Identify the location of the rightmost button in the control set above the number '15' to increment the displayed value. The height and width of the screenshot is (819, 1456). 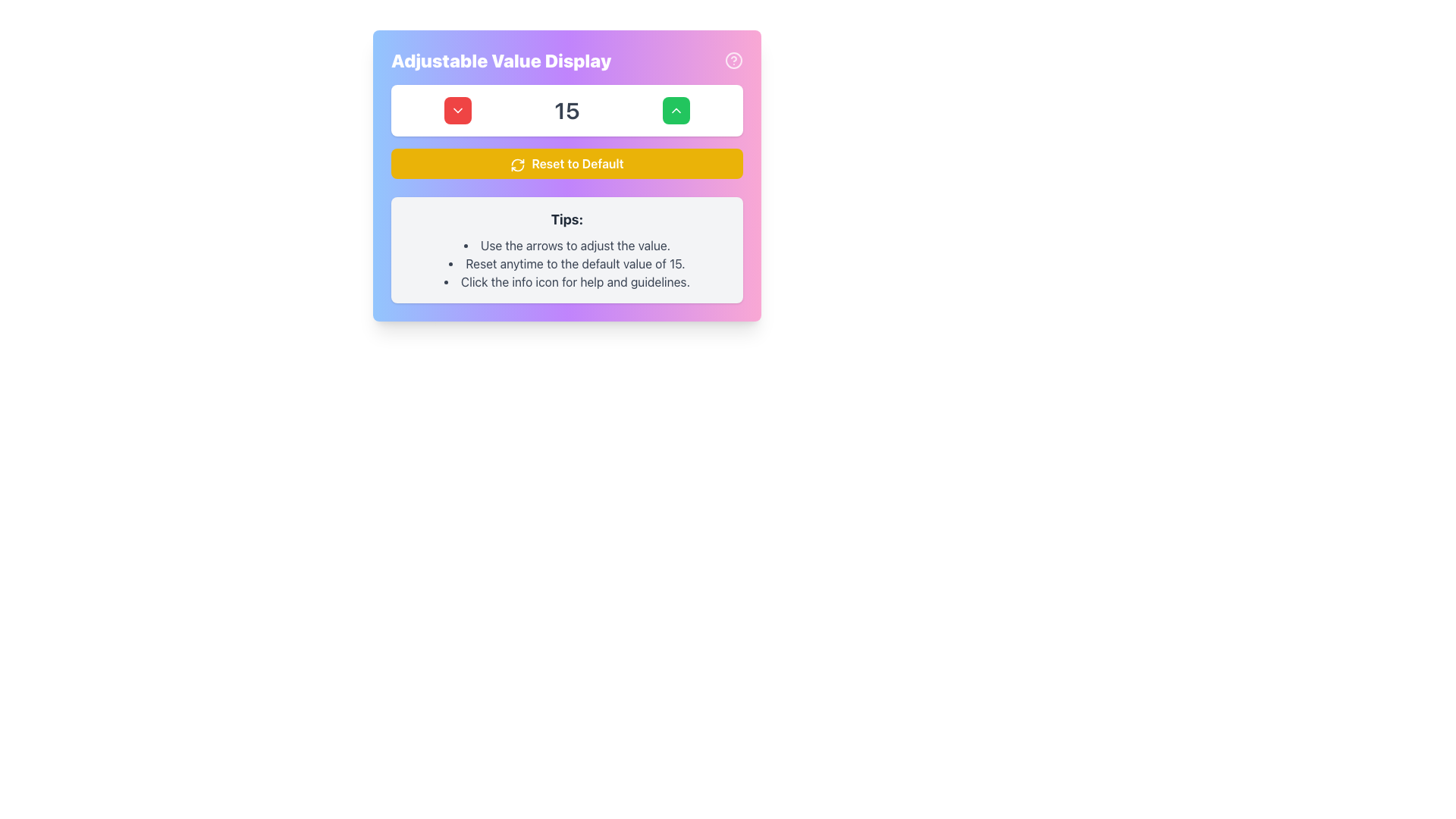
(675, 110).